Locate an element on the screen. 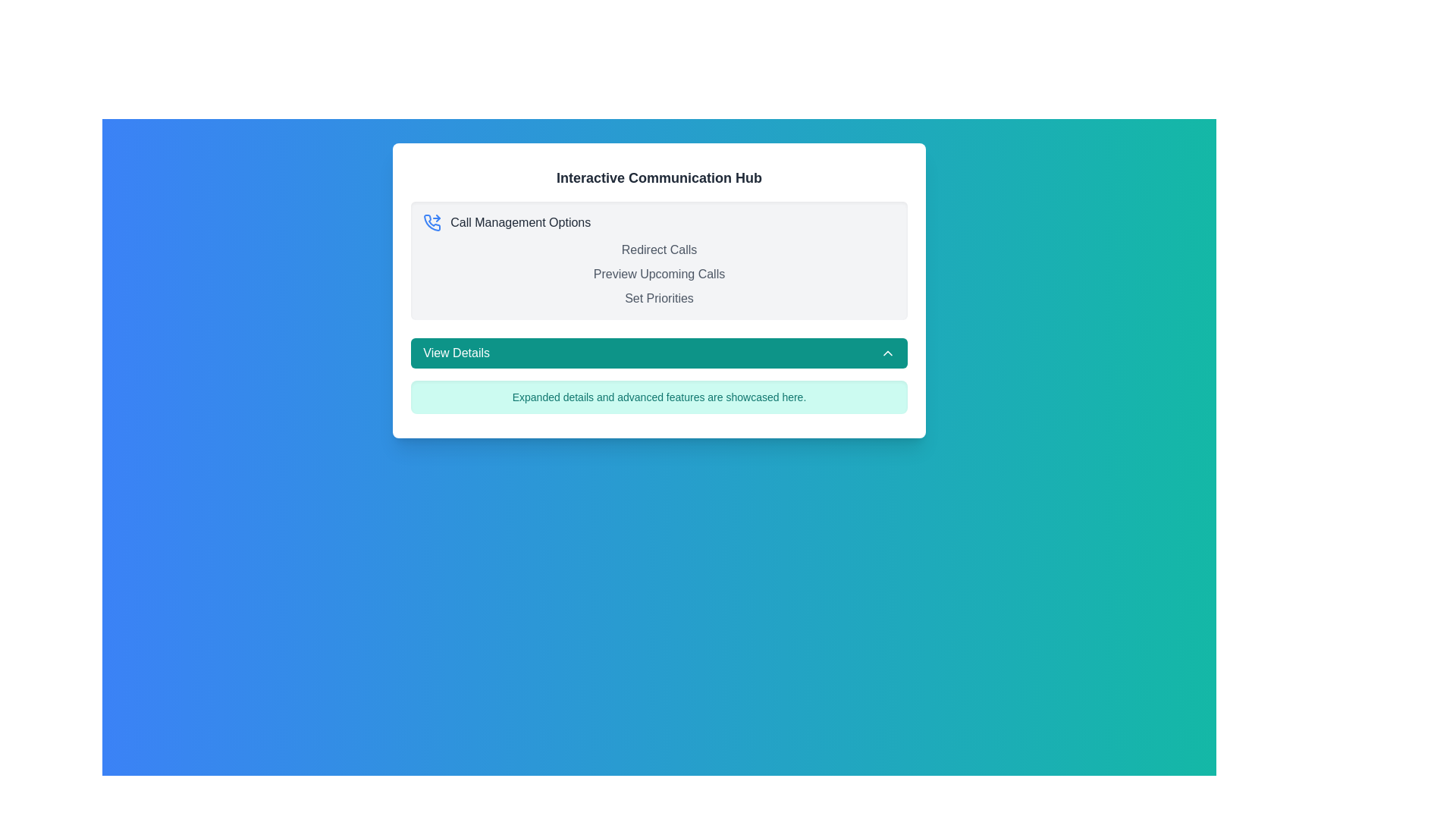 Image resolution: width=1456 pixels, height=819 pixels. the blue phone icon with an arrow pointing to the right, located on the top-left side of the 'Call Management Options' section, before the text label is located at coordinates (431, 223).